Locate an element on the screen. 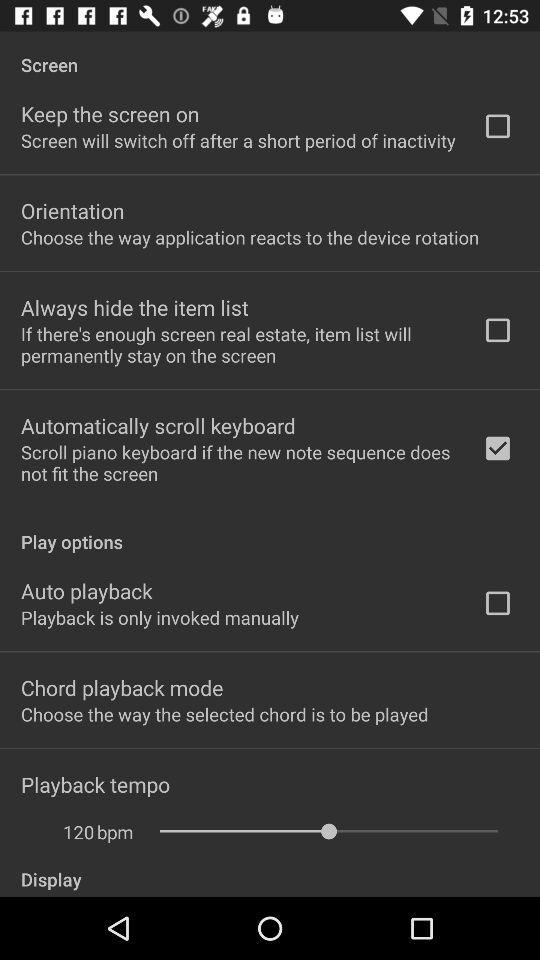  app above the display item is located at coordinates (115, 832).